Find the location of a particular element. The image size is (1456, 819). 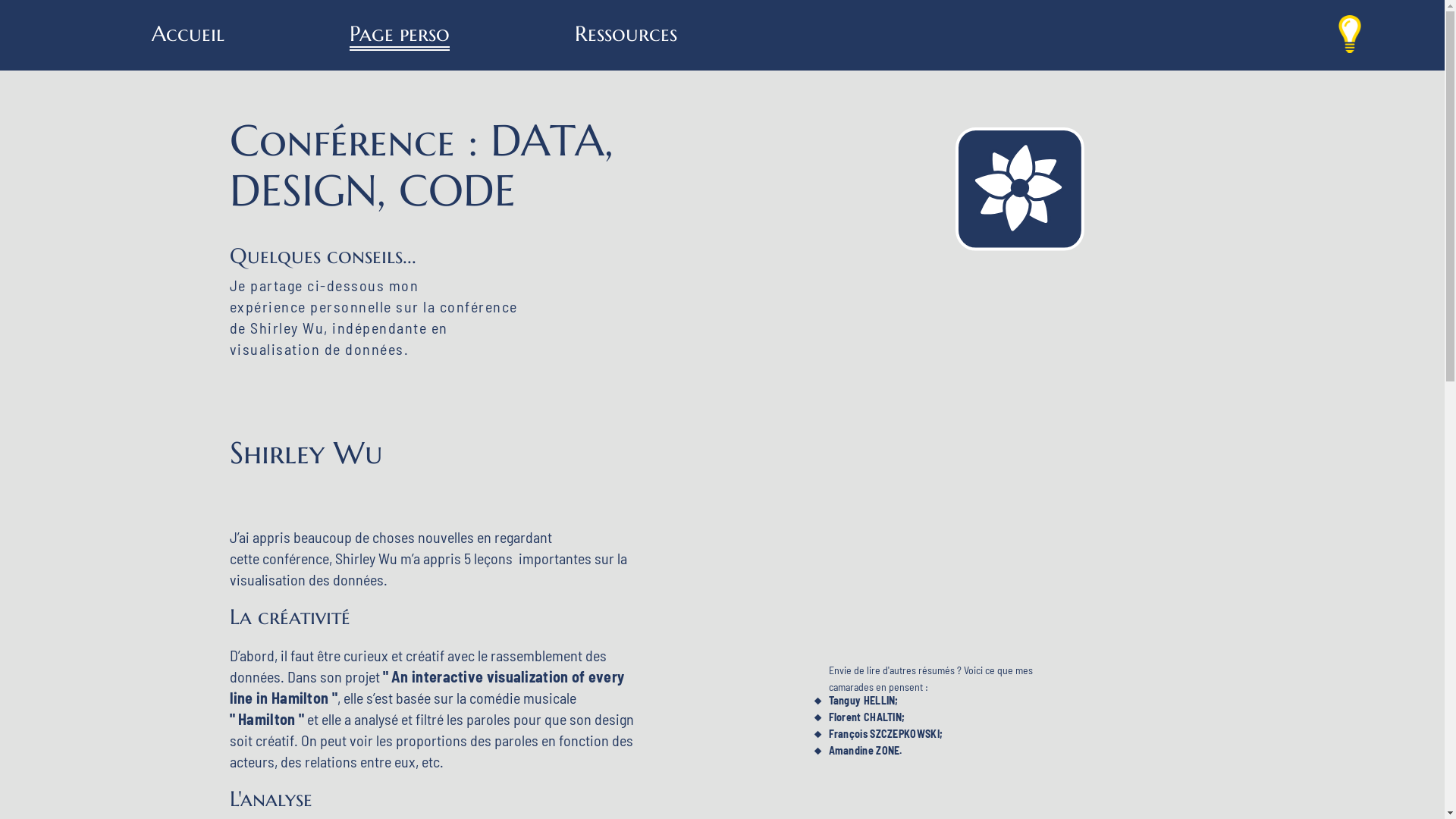

'Florent CHALTIN;' is located at coordinates (866, 717).